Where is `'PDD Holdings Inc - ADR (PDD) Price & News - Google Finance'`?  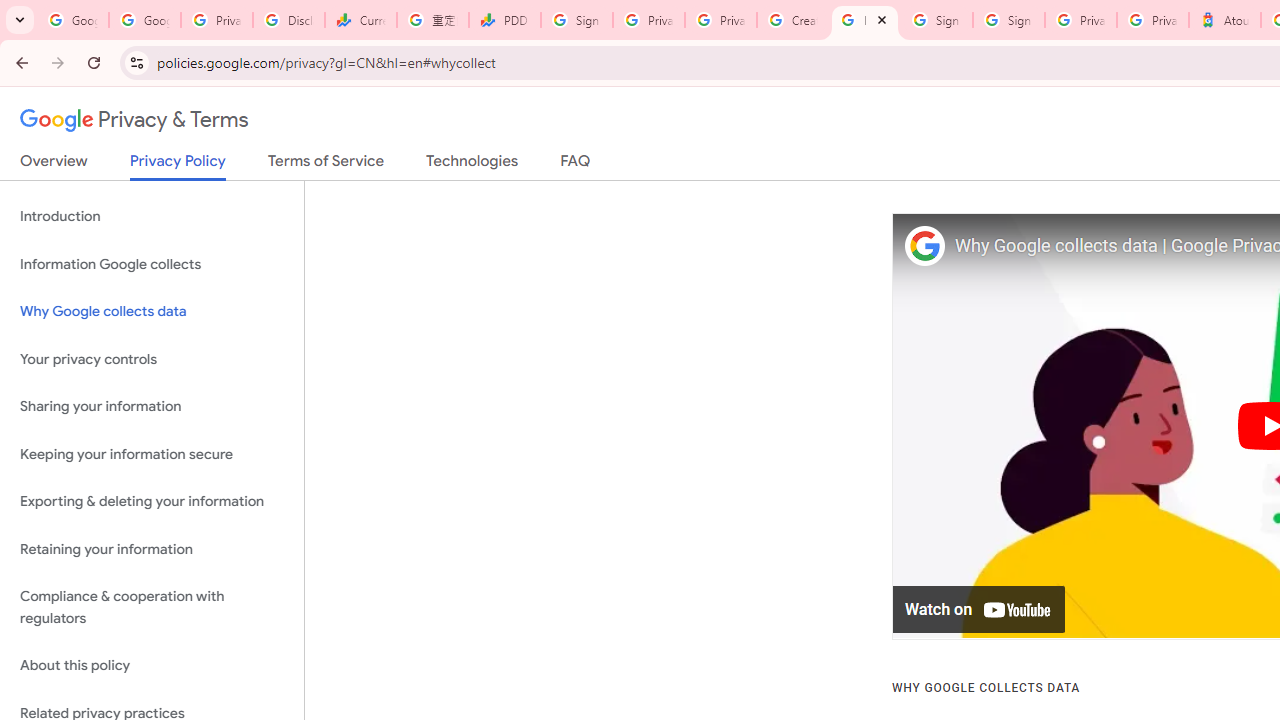 'PDD Holdings Inc - ADR (PDD) Price & News - Google Finance' is located at coordinates (504, 20).